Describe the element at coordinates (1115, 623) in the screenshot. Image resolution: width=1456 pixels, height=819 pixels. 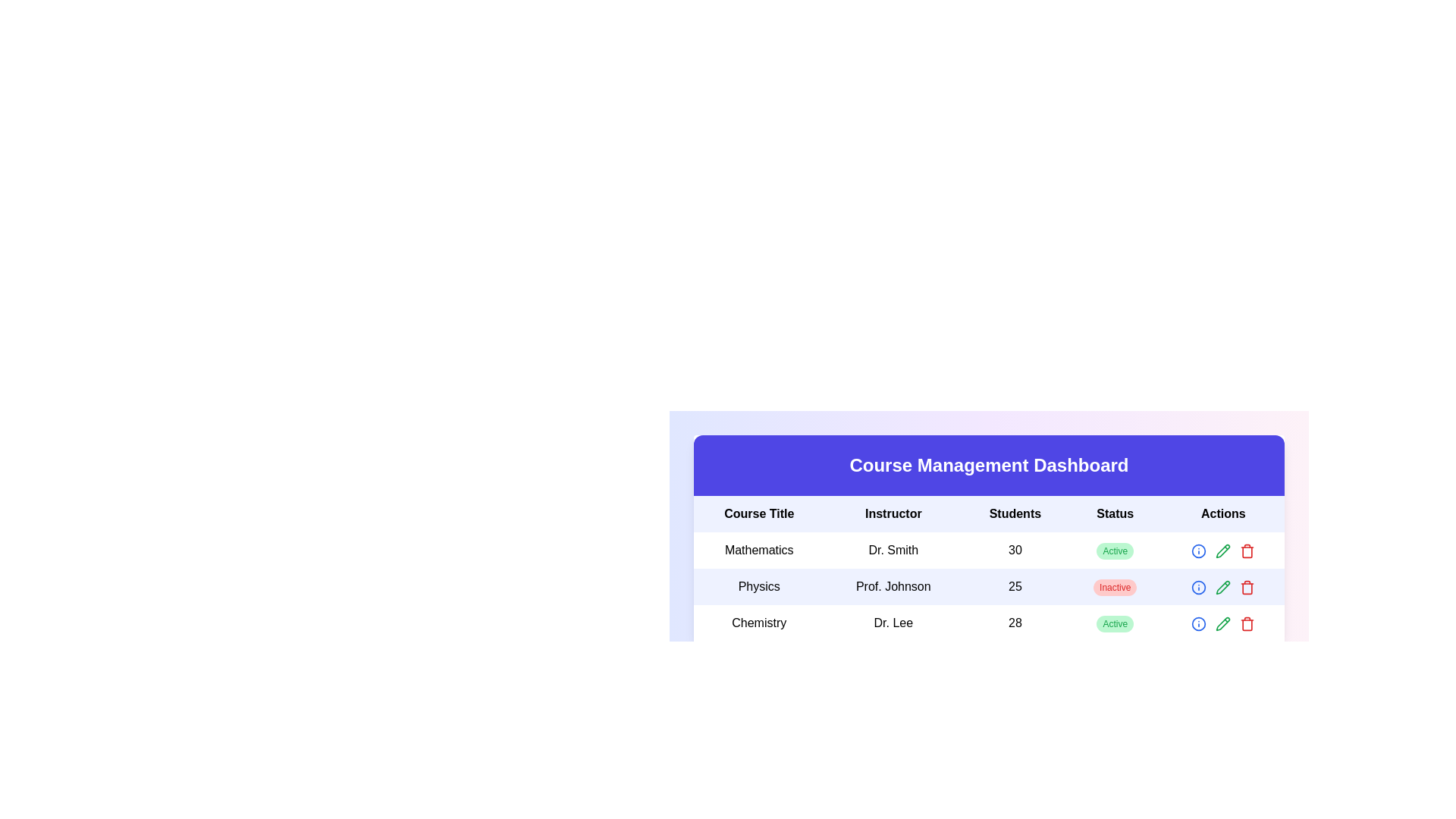
I see `the Status badge in the 'Status' column of the third row in the 'Course Management Dashboard', which indicates the active status of the corresponding course` at that location.